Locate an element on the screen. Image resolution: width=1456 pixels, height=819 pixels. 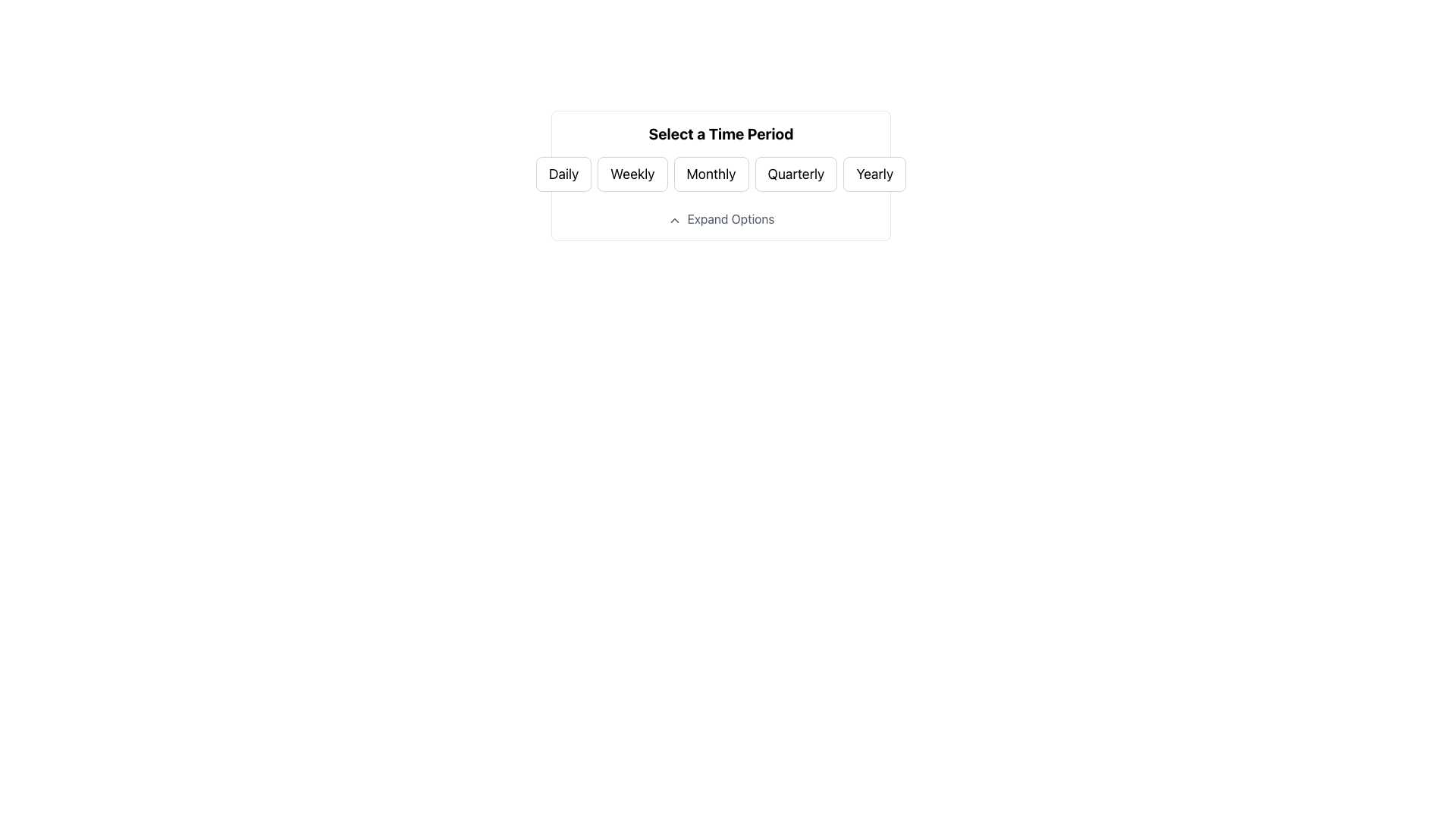
one of the buttons in the Selection Control Group is located at coordinates (720, 158).